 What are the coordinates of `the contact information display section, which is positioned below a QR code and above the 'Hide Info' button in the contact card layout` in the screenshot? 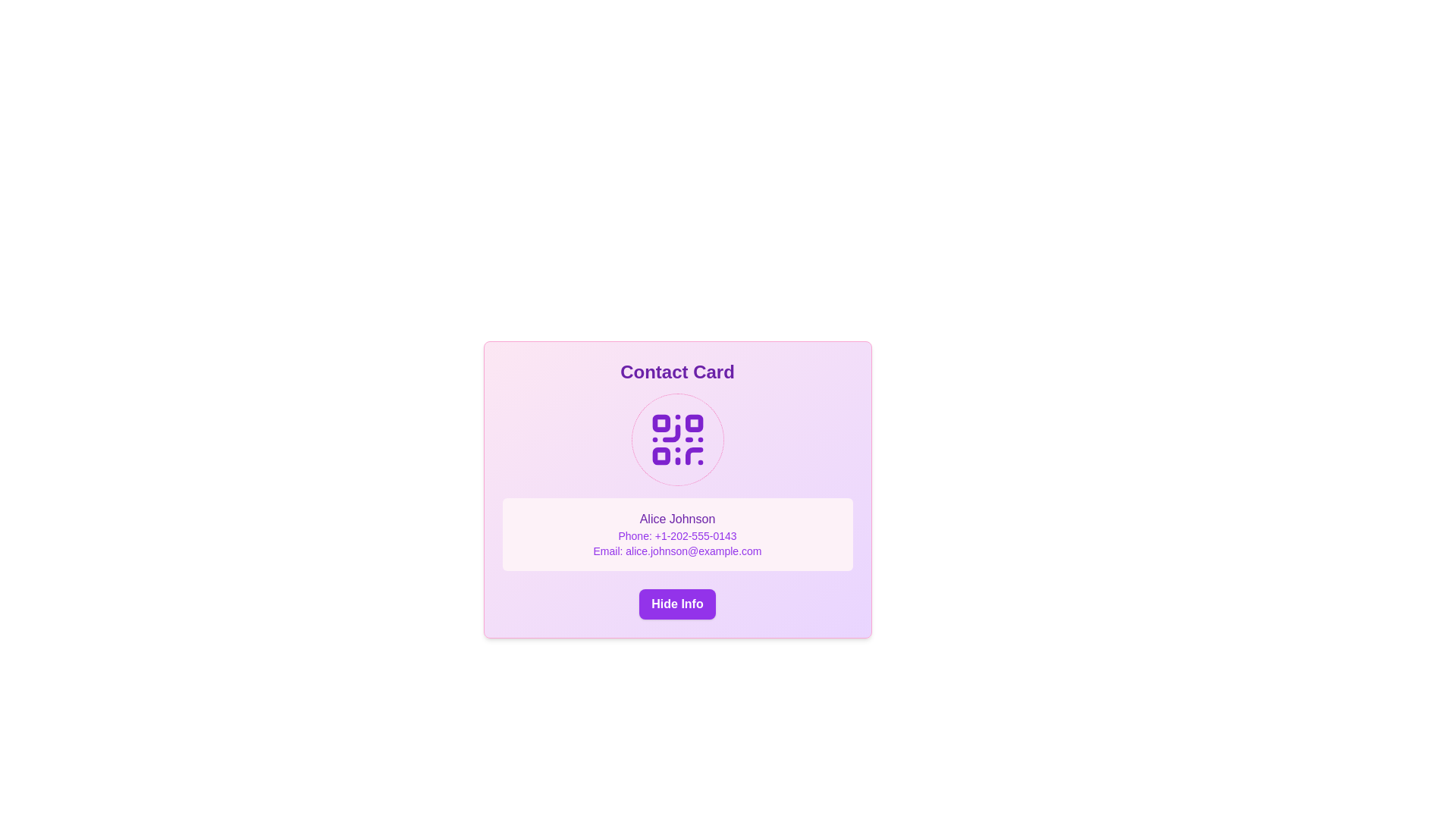 It's located at (676, 534).